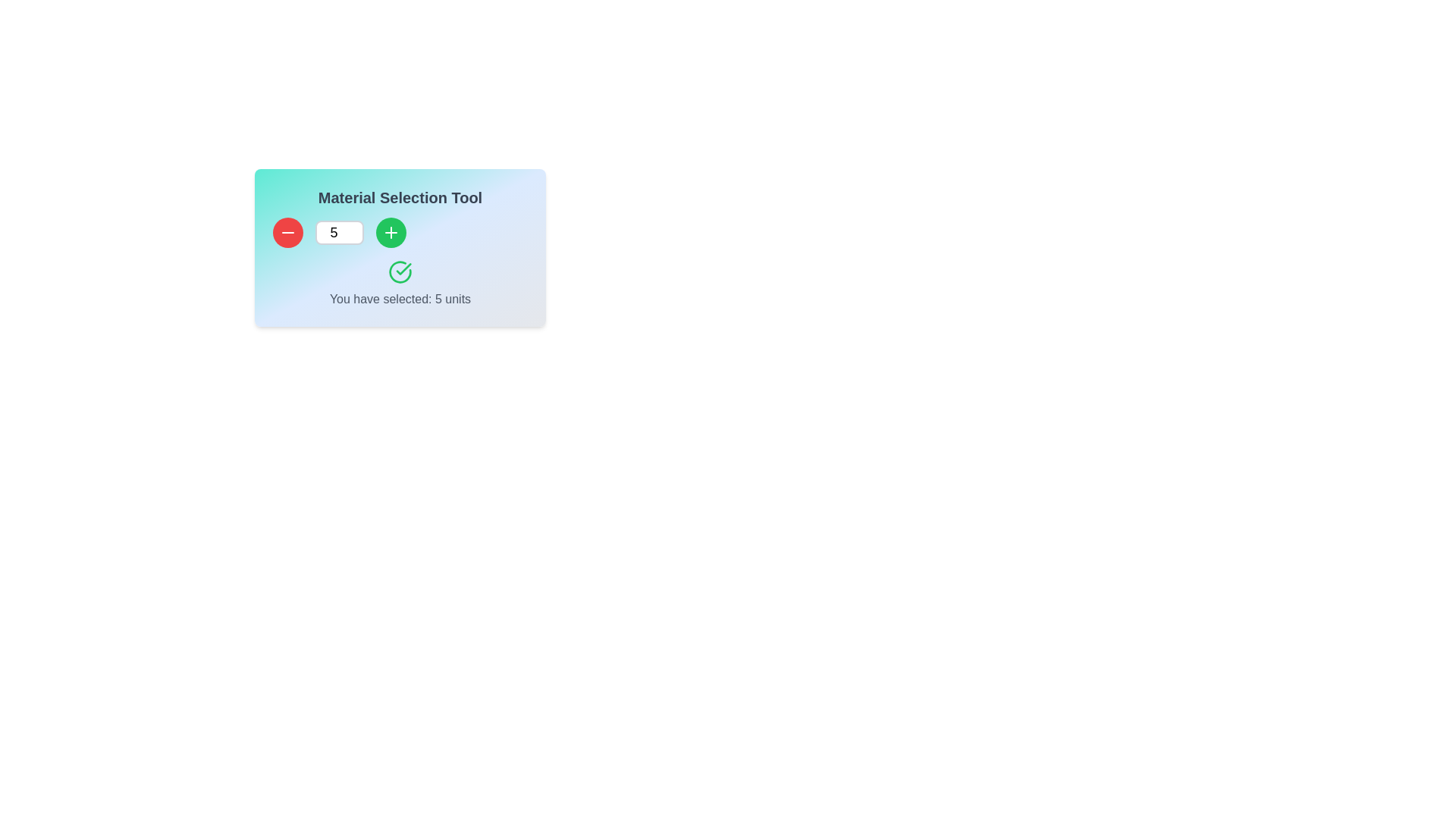 The image size is (1456, 819). I want to click on the increment button of the numerical stepper widget located in the 'Material Selection Tool' panel to increase the displayed value, so click(400, 233).